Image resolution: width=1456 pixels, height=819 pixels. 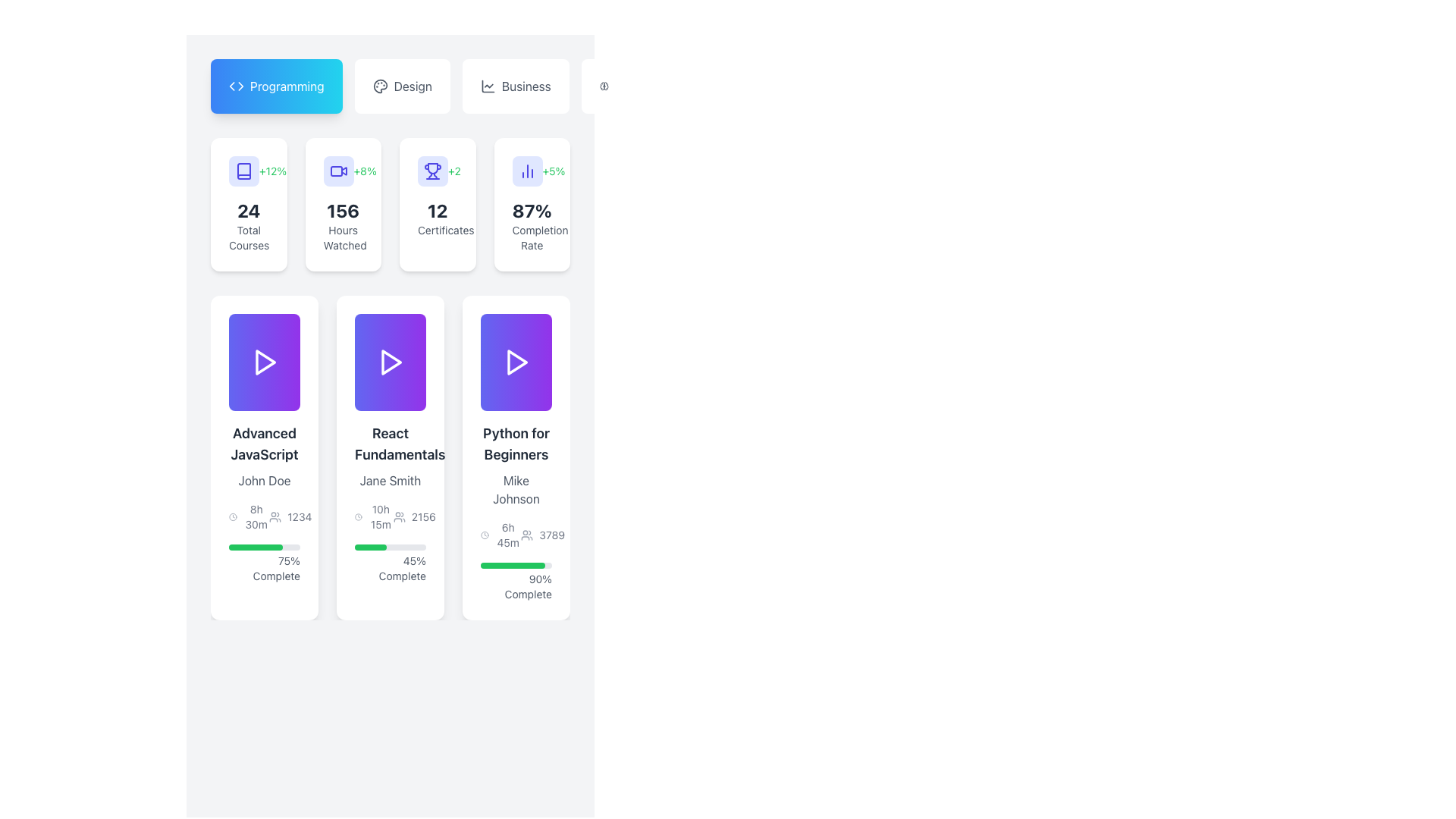 What do you see at coordinates (232, 516) in the screenshot?
I see `the circular graphic element that is part of the clock icon, styled with a stroke and no fill` at bounding box center [232, 516].